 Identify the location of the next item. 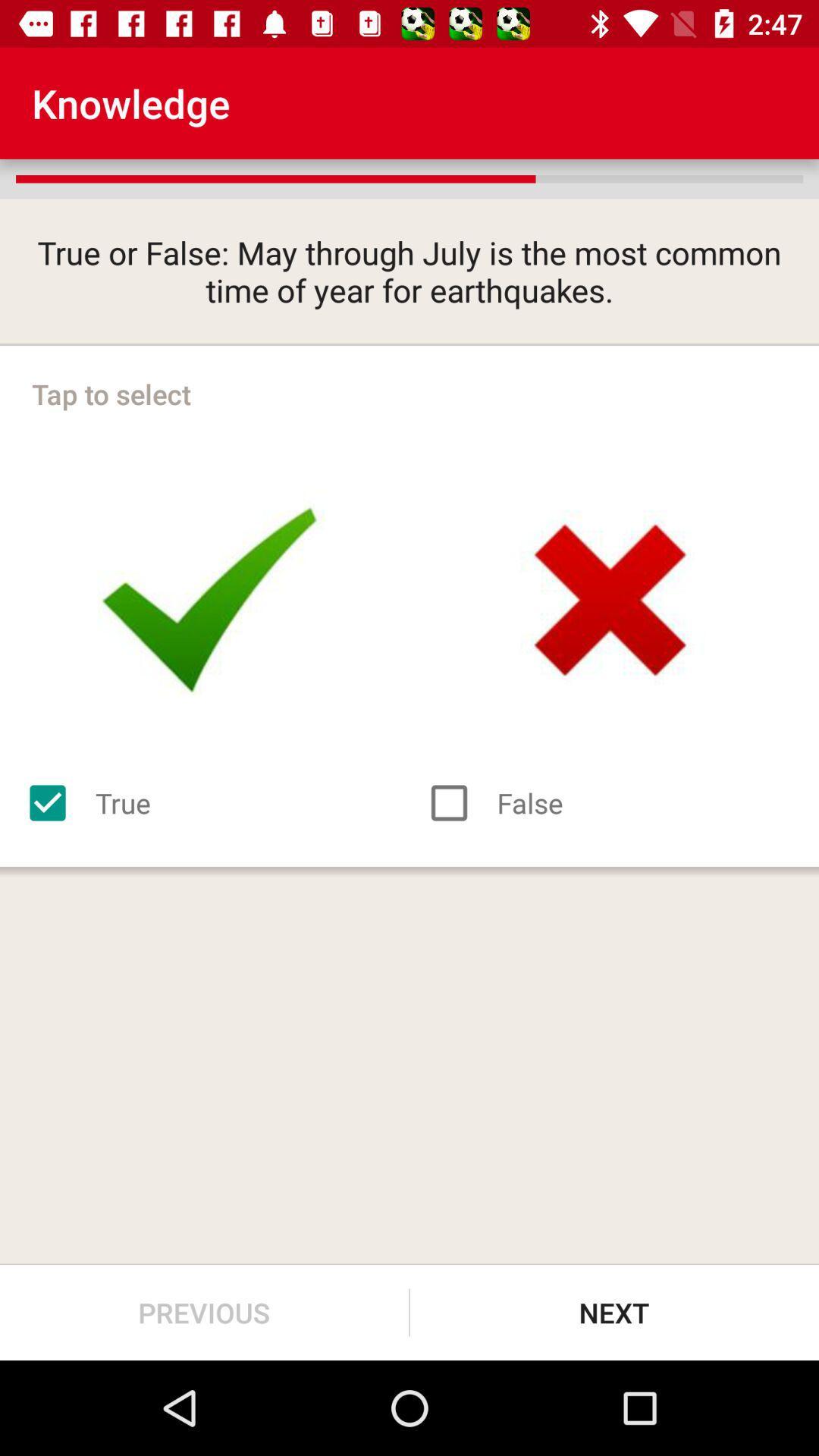
(614, 1312).